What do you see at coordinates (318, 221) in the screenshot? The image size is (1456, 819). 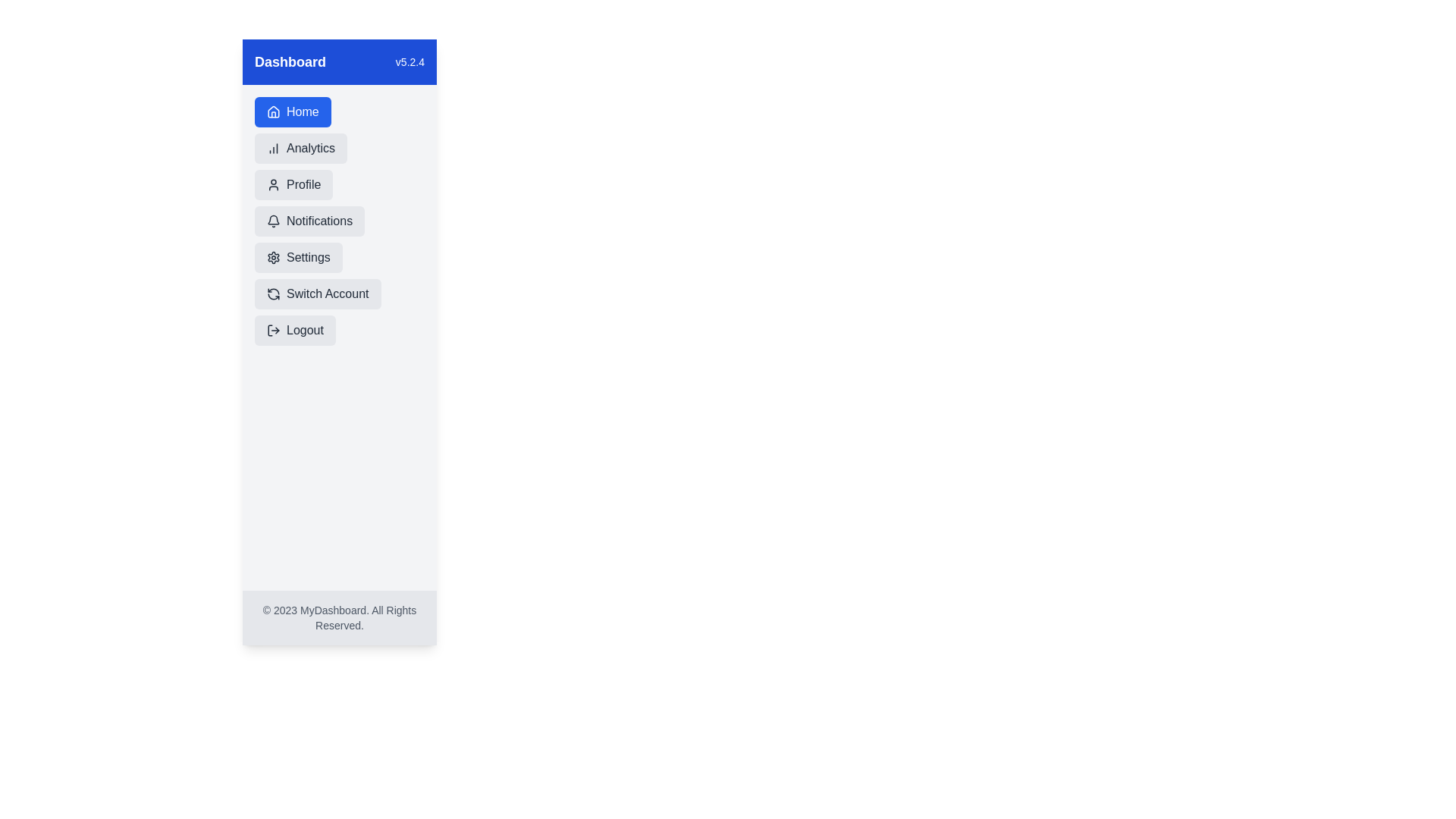 I see `the 'Notifications' text label within the sidebar navigation menu` at bounding box center [318, 221].